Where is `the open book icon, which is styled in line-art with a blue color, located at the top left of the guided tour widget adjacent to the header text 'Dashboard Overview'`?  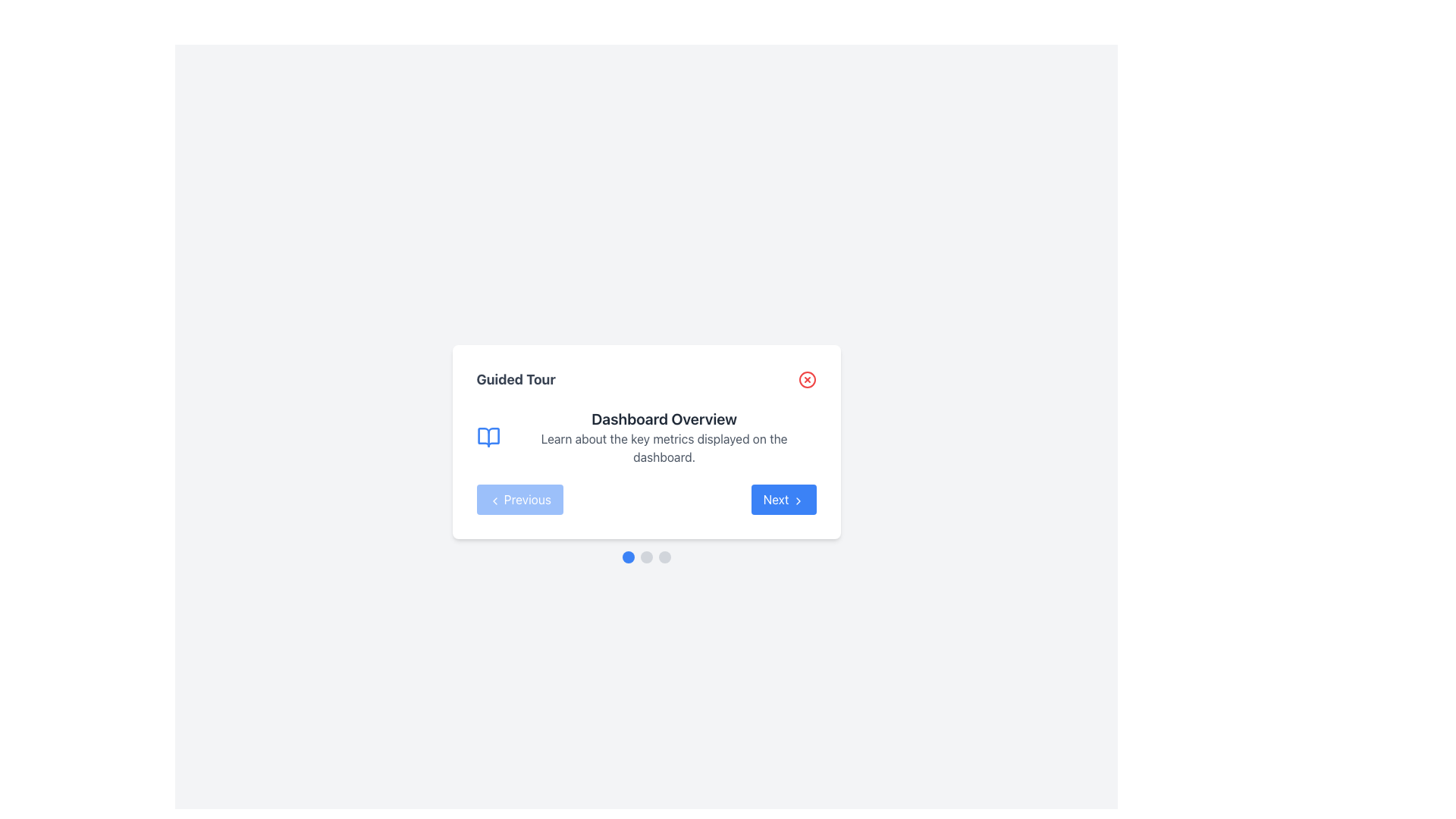 the open book icon, which is styled in line-art with a blue color, located at the top left of the guided tour widget adjacent to the header text 'Dashboard Overview' is located at coordinates (488, 438).